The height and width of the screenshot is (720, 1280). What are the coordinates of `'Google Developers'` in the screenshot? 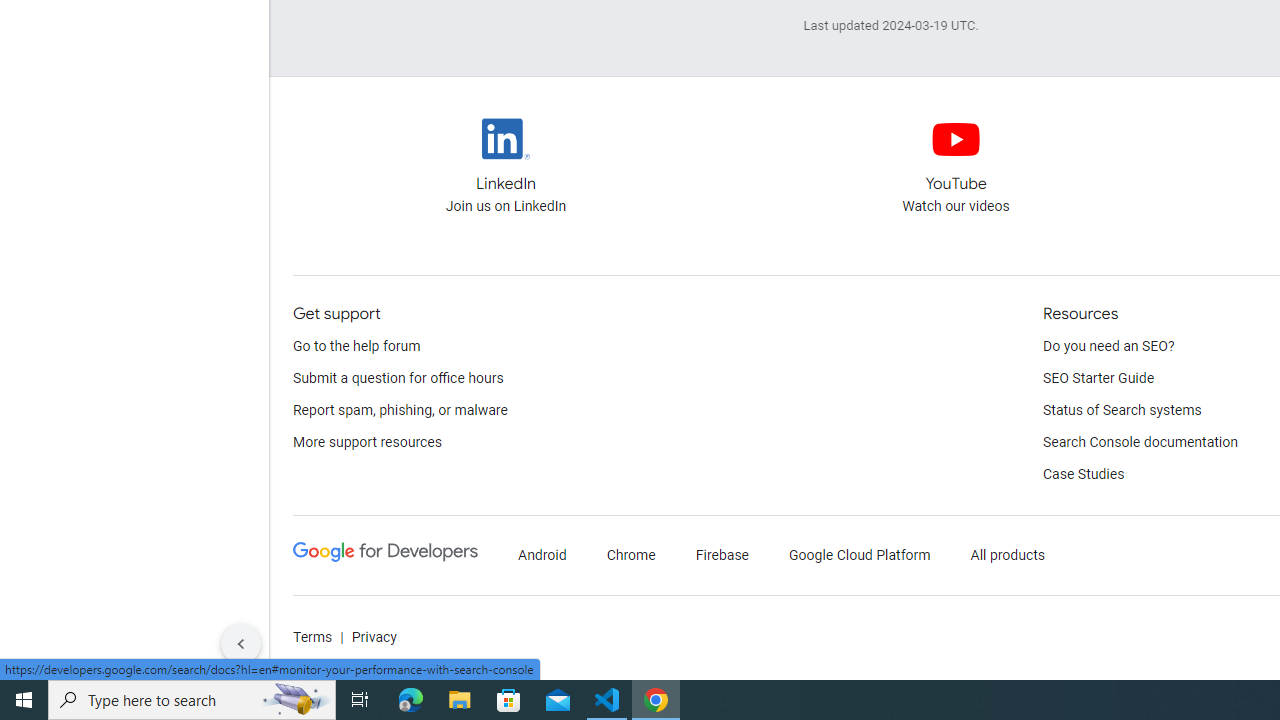 It's located at (385, 551).